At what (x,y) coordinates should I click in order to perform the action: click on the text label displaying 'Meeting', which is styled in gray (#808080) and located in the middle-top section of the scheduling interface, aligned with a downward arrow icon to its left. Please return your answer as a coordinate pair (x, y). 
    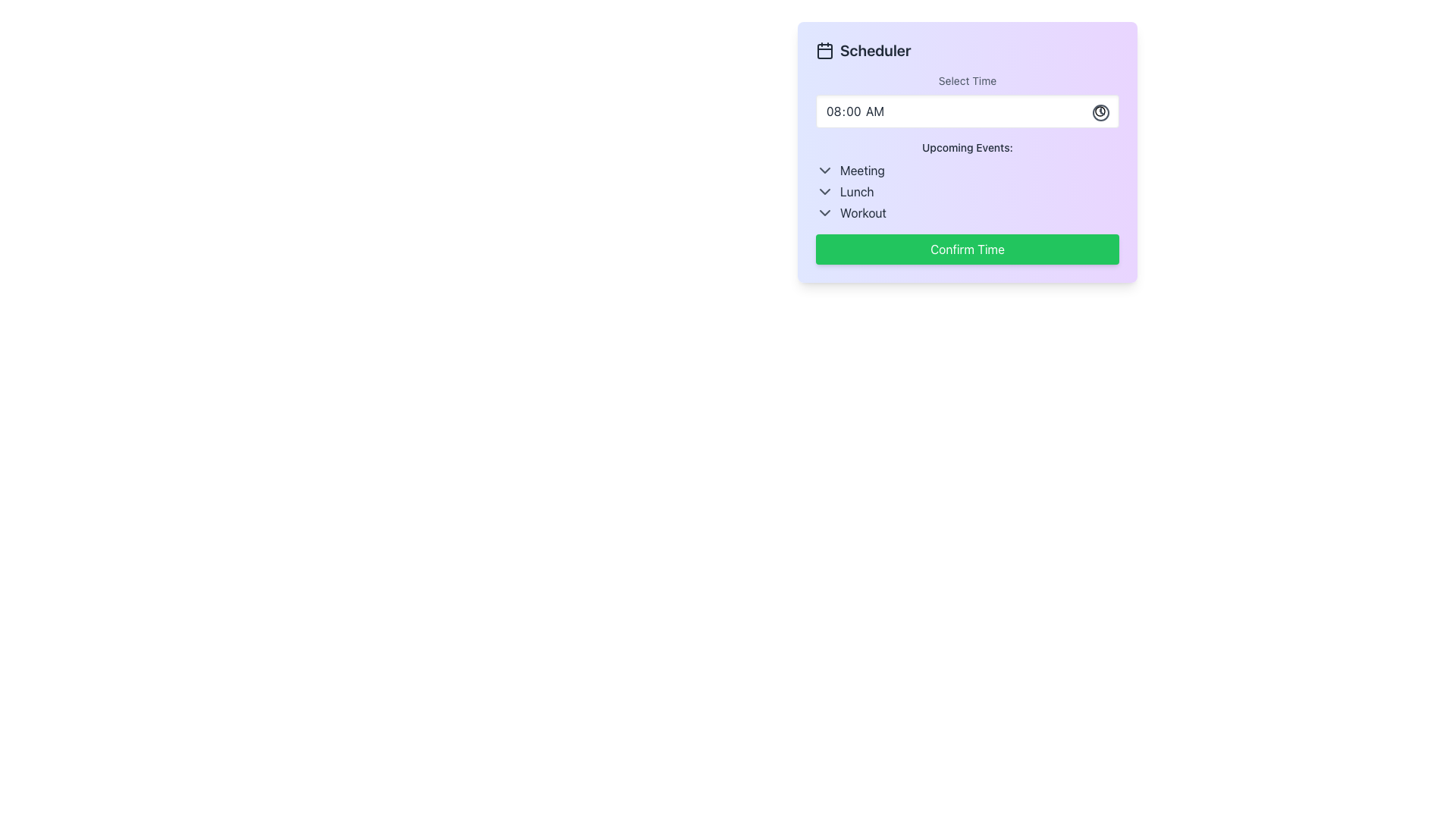
    Looking at the image, I should click on (862, 170).